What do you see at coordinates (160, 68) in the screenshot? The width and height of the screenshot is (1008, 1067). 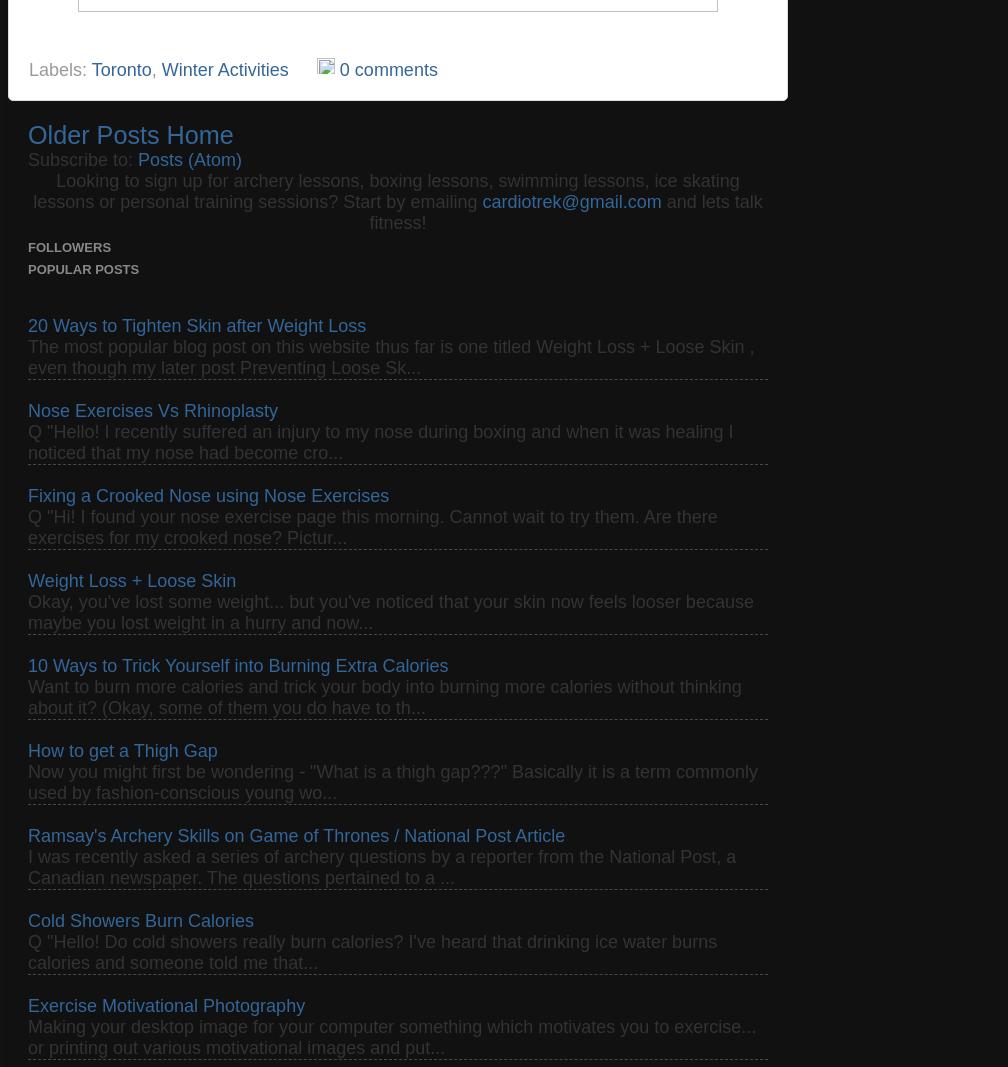 I see `'Winter Activities'` at bounding box center [160, 68].